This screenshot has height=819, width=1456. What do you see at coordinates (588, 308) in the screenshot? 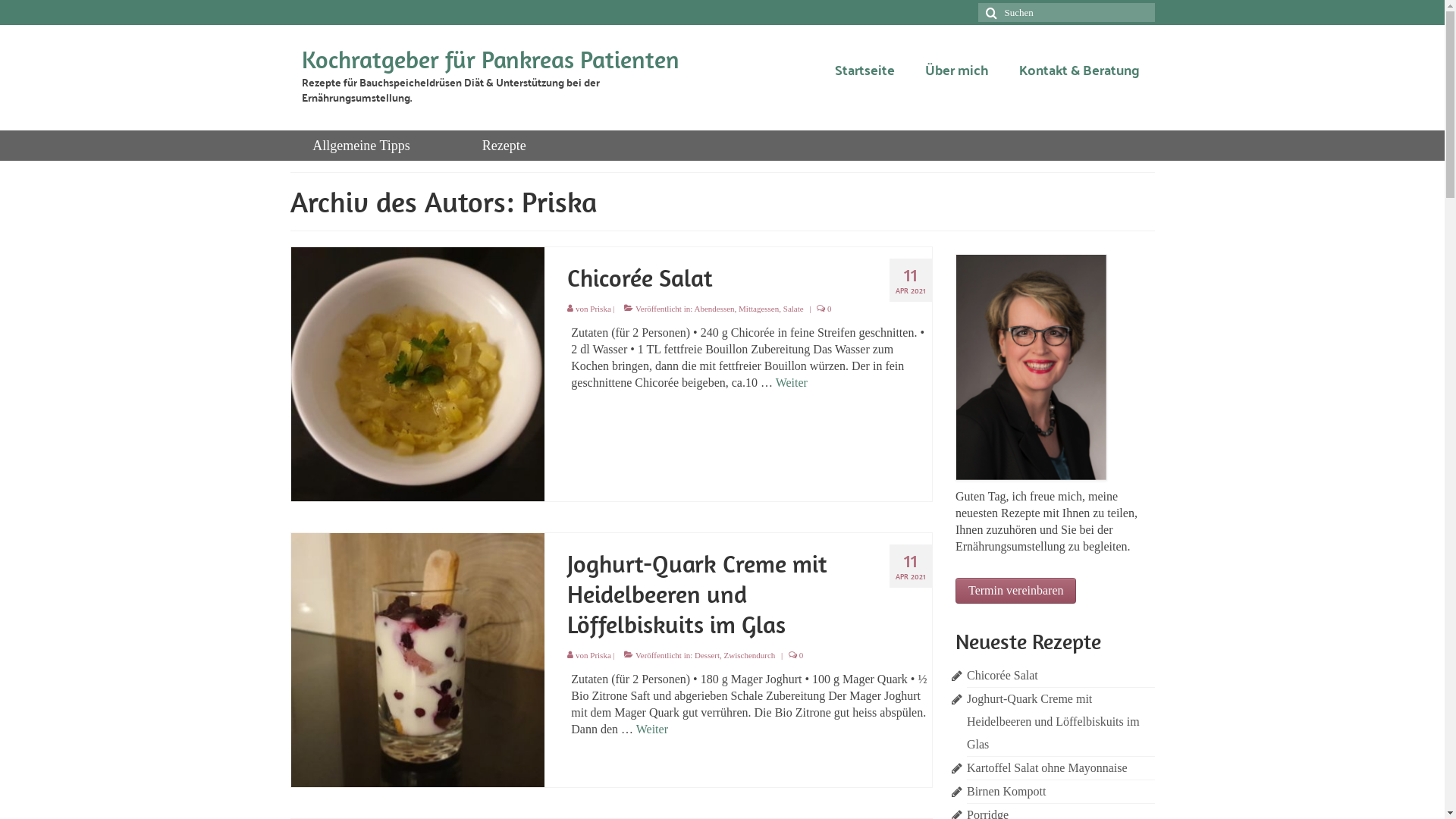
I see `'Priska'` at bounding box center [588, 308].